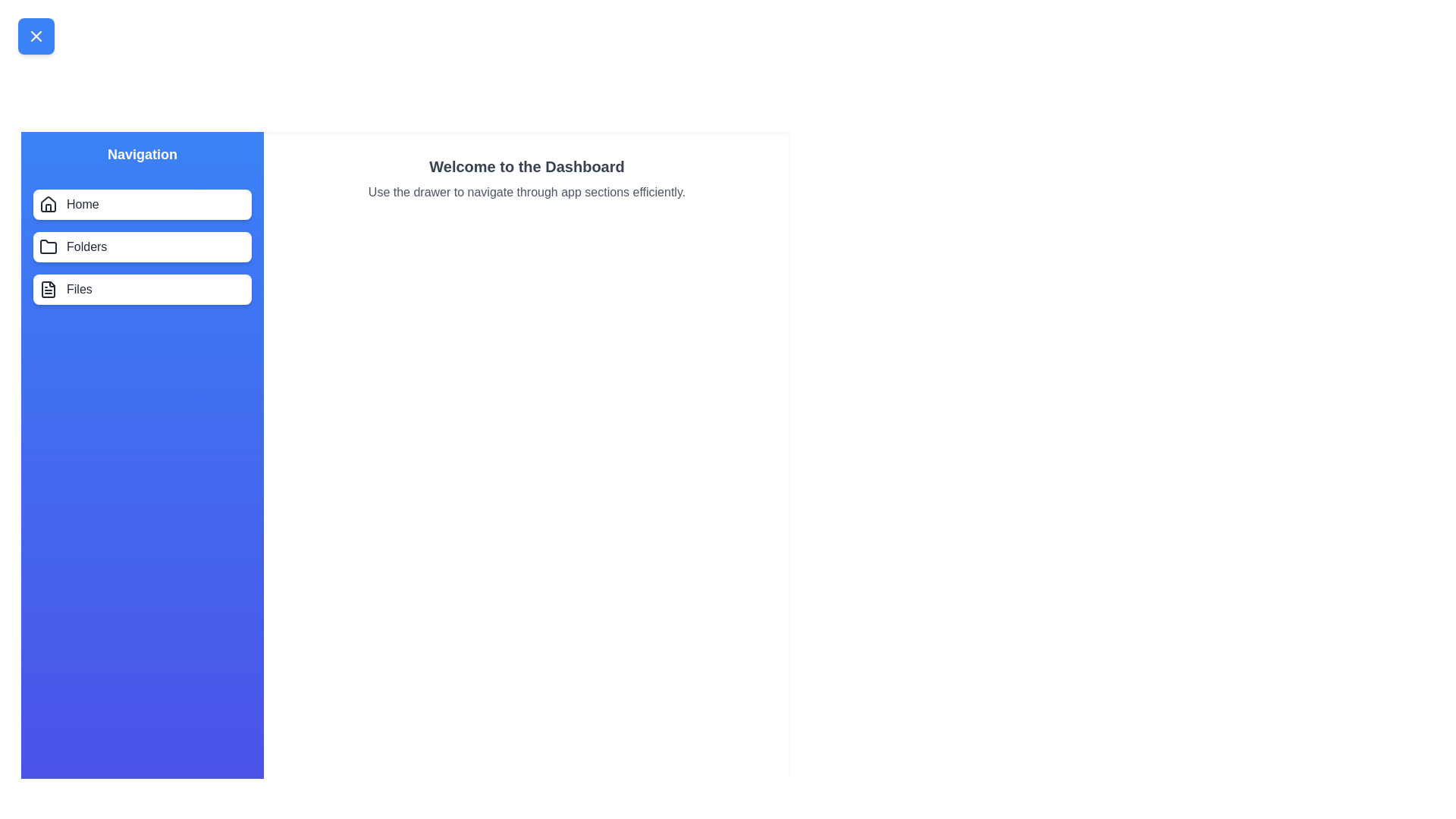 The image size is (1456, 819). I want to click on the navigation item Folders in the drawer, so click(142, 246).